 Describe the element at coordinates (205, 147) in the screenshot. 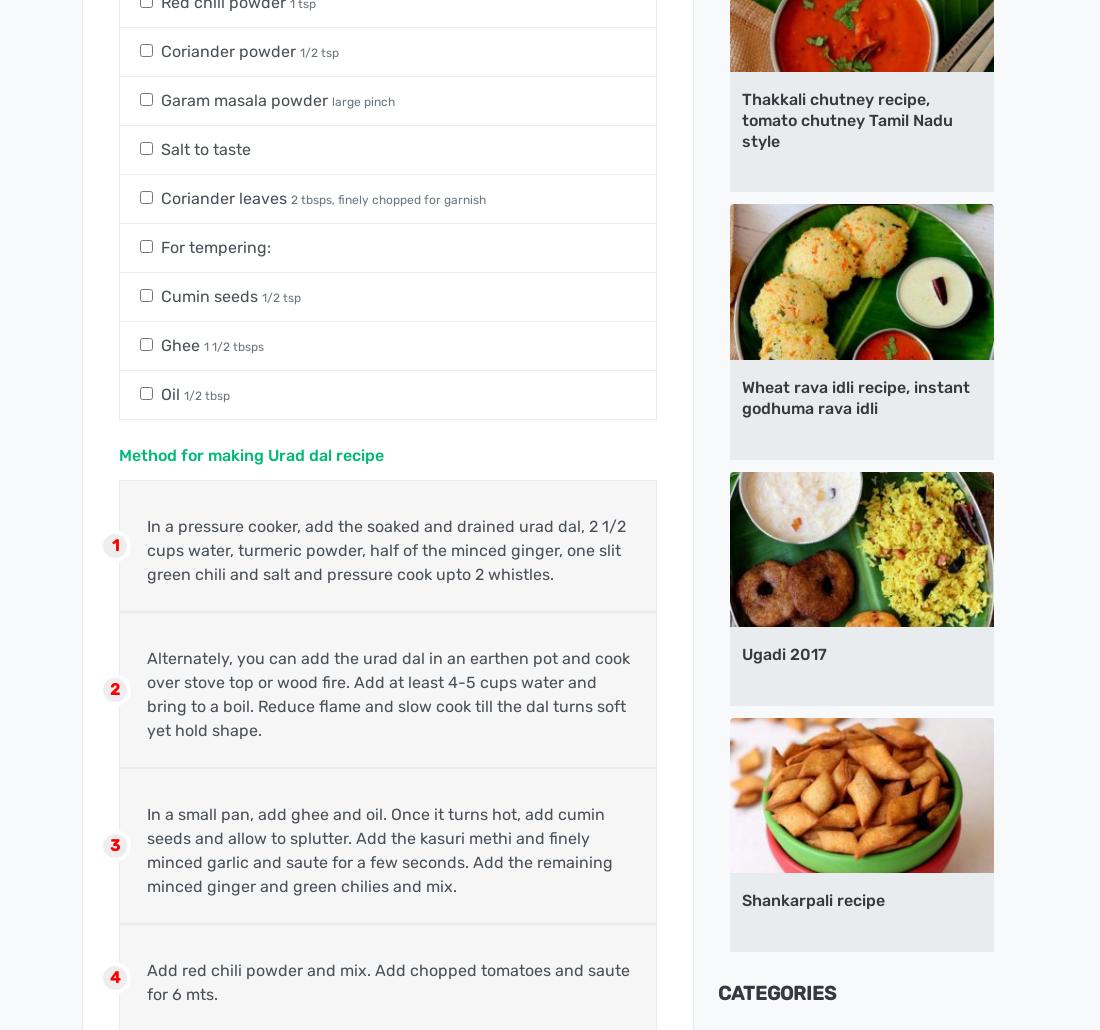

I see `'Salt to taste'` at that location.